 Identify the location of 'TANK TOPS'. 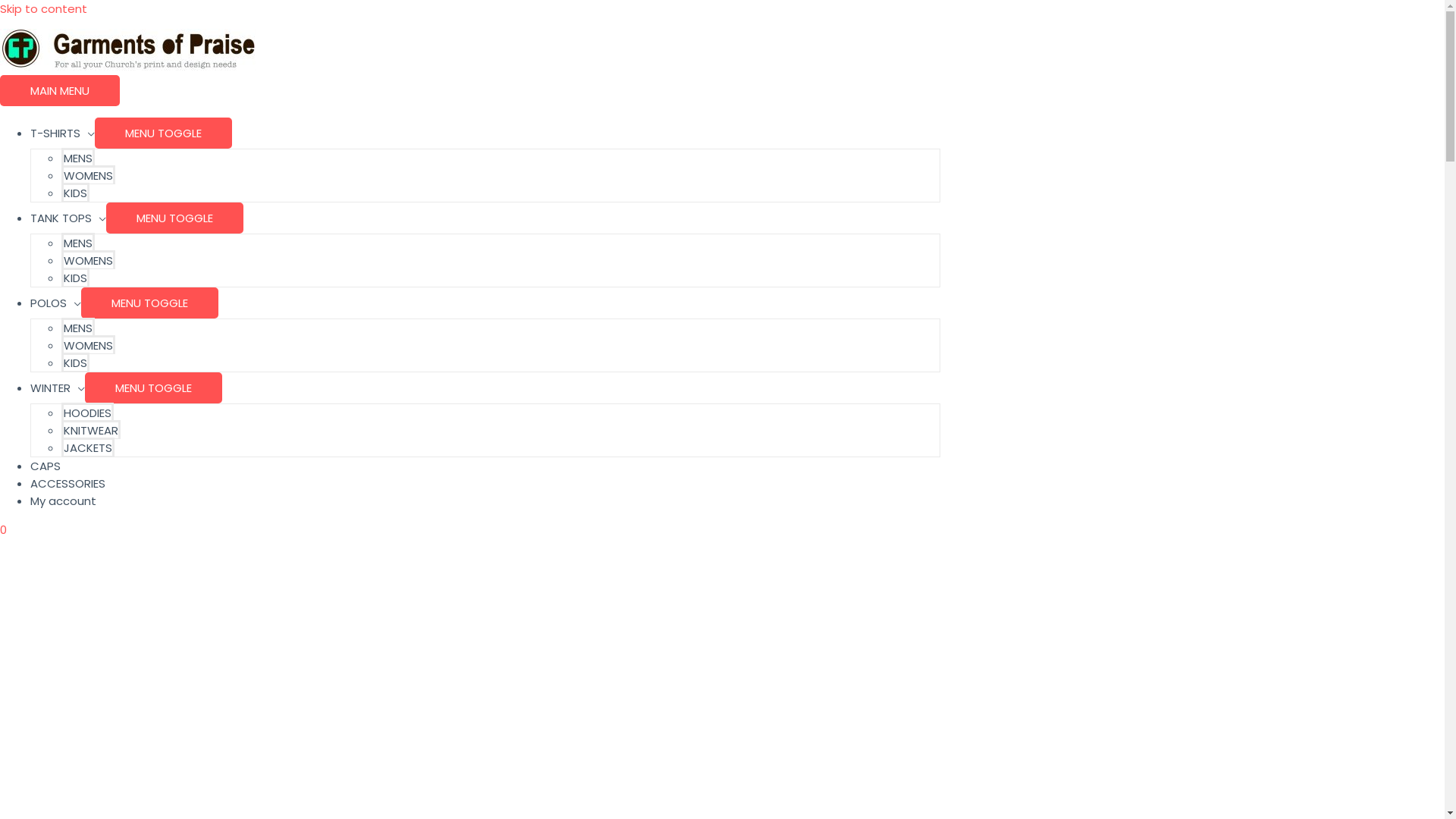
(67, 218).